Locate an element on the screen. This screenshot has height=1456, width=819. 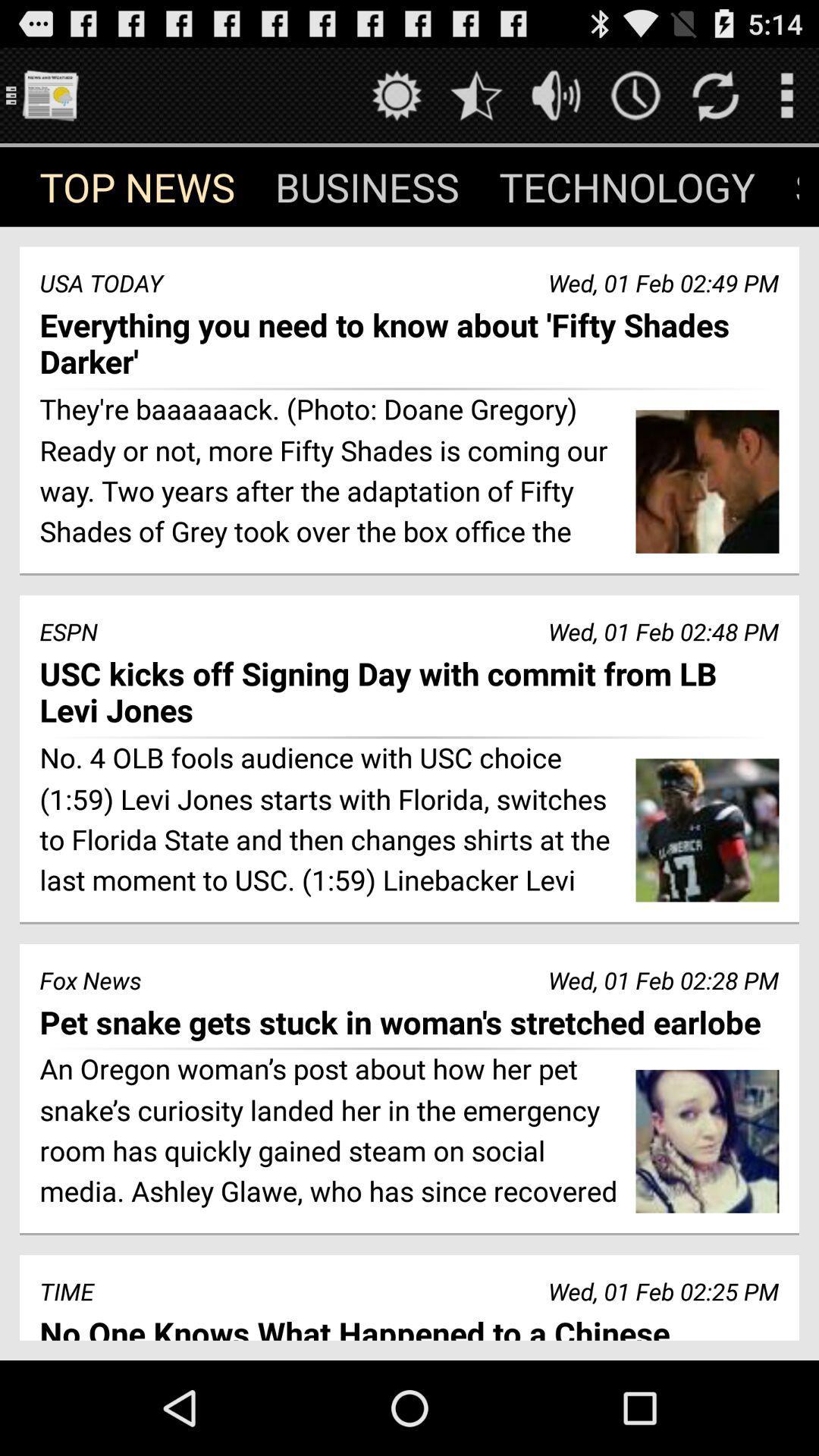
the volume icon is located at coordinates (556, 101).